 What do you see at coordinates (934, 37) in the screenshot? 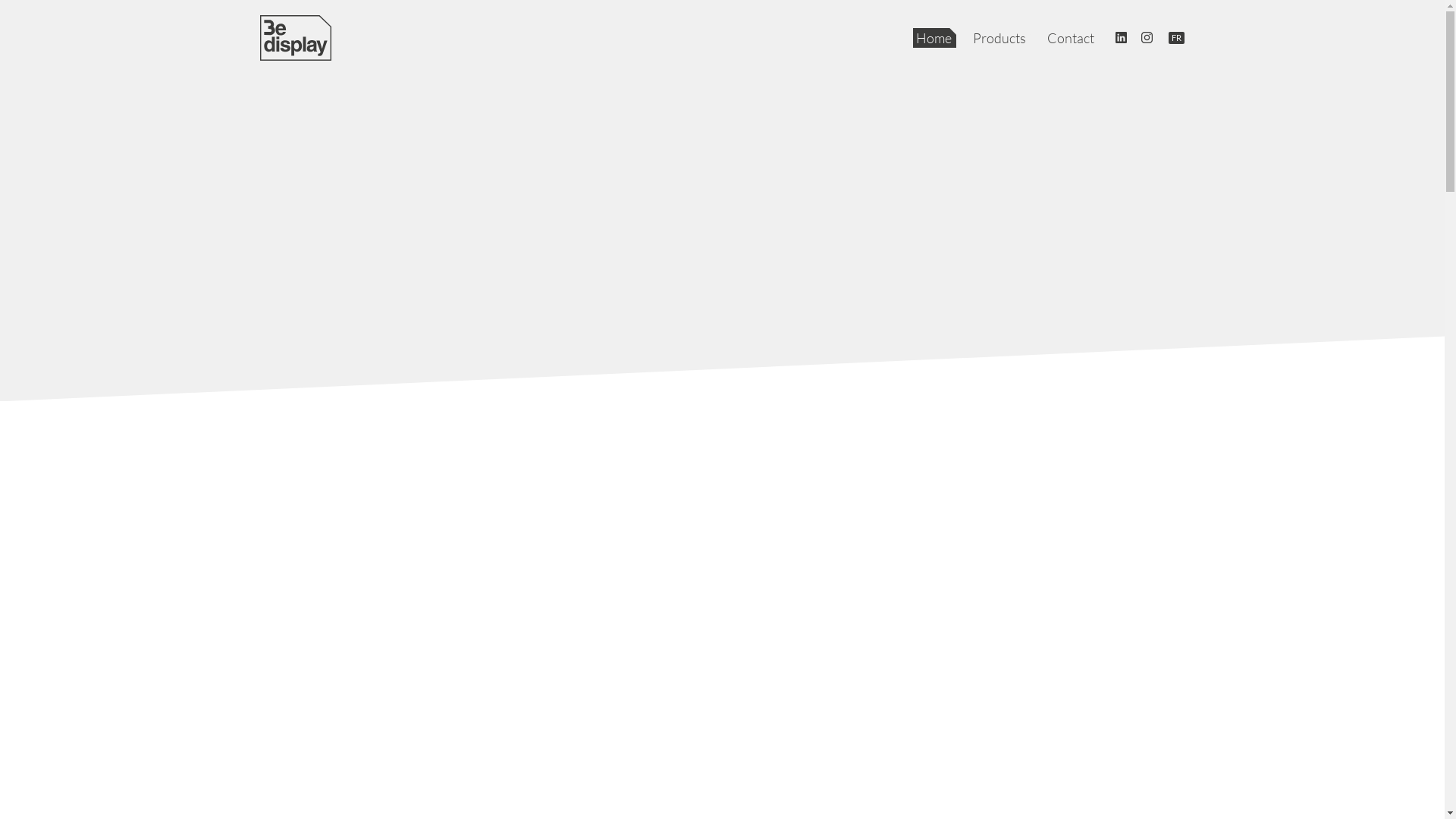
I see `'Home'` at bounding box center [934, 37].